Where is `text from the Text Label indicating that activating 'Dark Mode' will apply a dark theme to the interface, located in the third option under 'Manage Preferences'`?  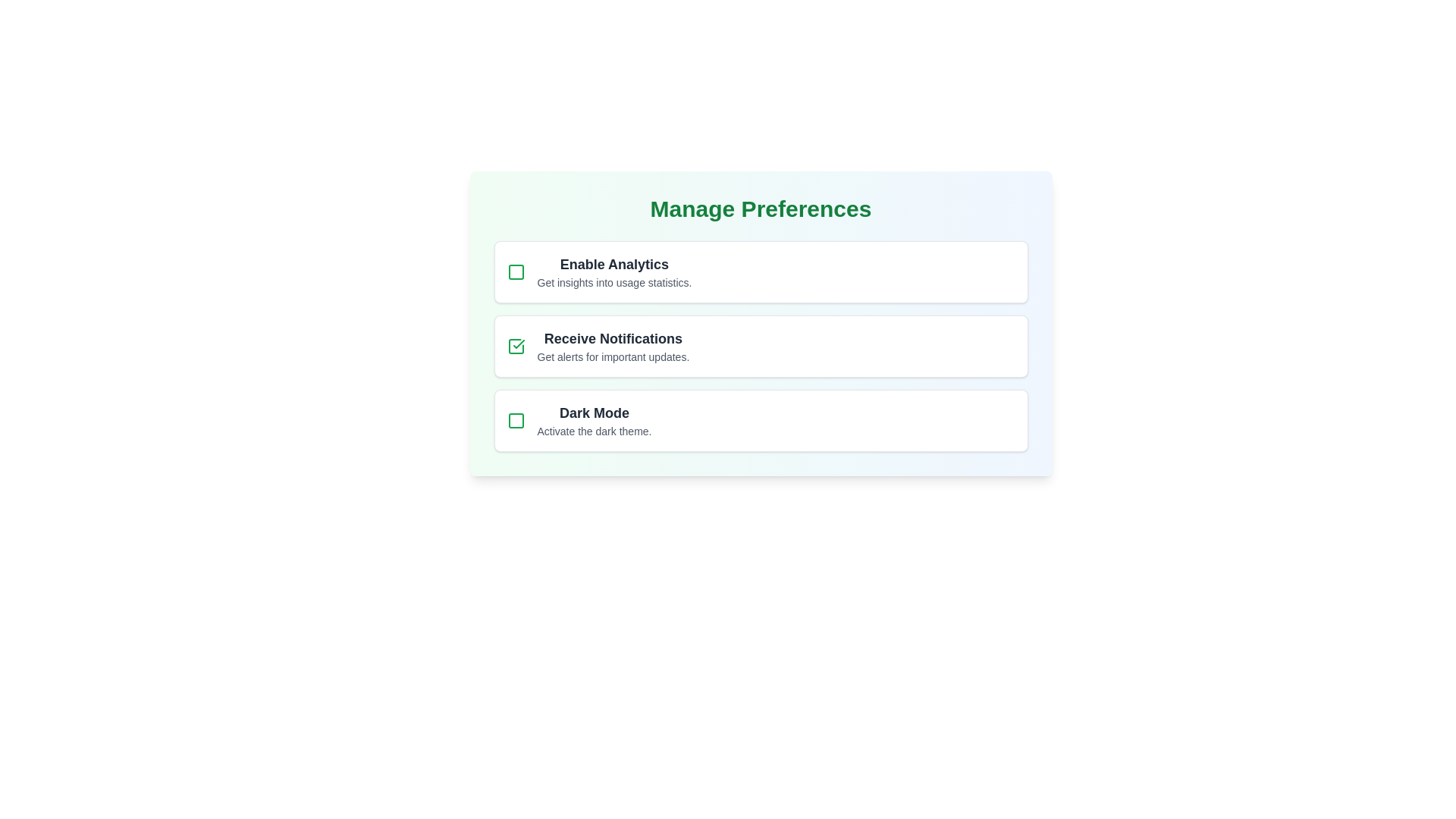
text from the Text Label indicating that activating 'Dark Mode' will apply a dark theme to the interface, located in the third option under 'Manage Preferences' is located at coordinates (593, 421).